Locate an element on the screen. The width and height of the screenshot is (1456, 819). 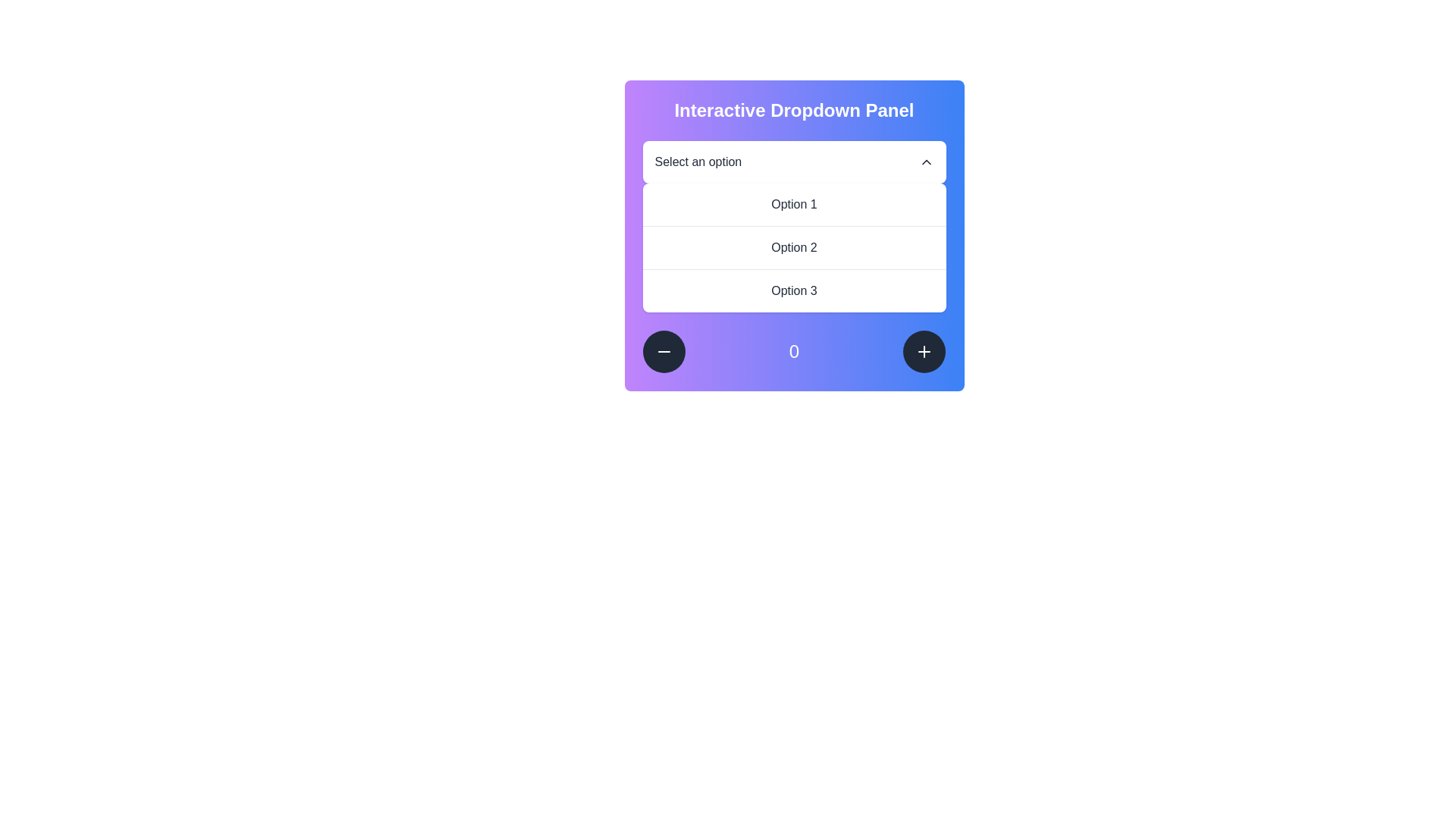
the Text Display element that shows the number '0' with a larger font size, positioned at the center of a gradient background panel, between a minus button and a plus button is located at coordinates (793, 351).